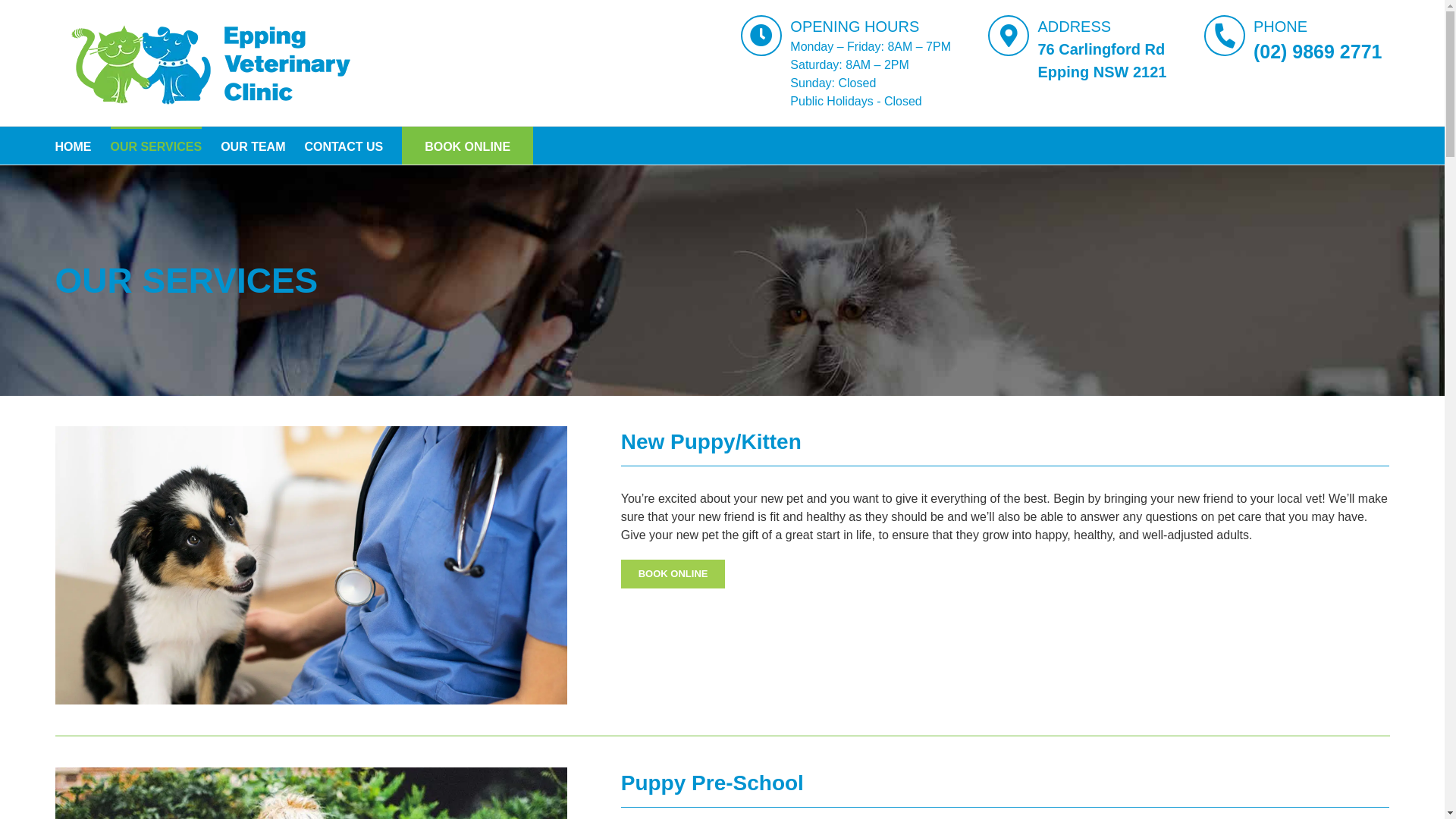 This screenshot has width=1456, height=819. Describe the element at coordinates (109, 146) in the screenshot. I see `'OUR SERVICES'` at that location.